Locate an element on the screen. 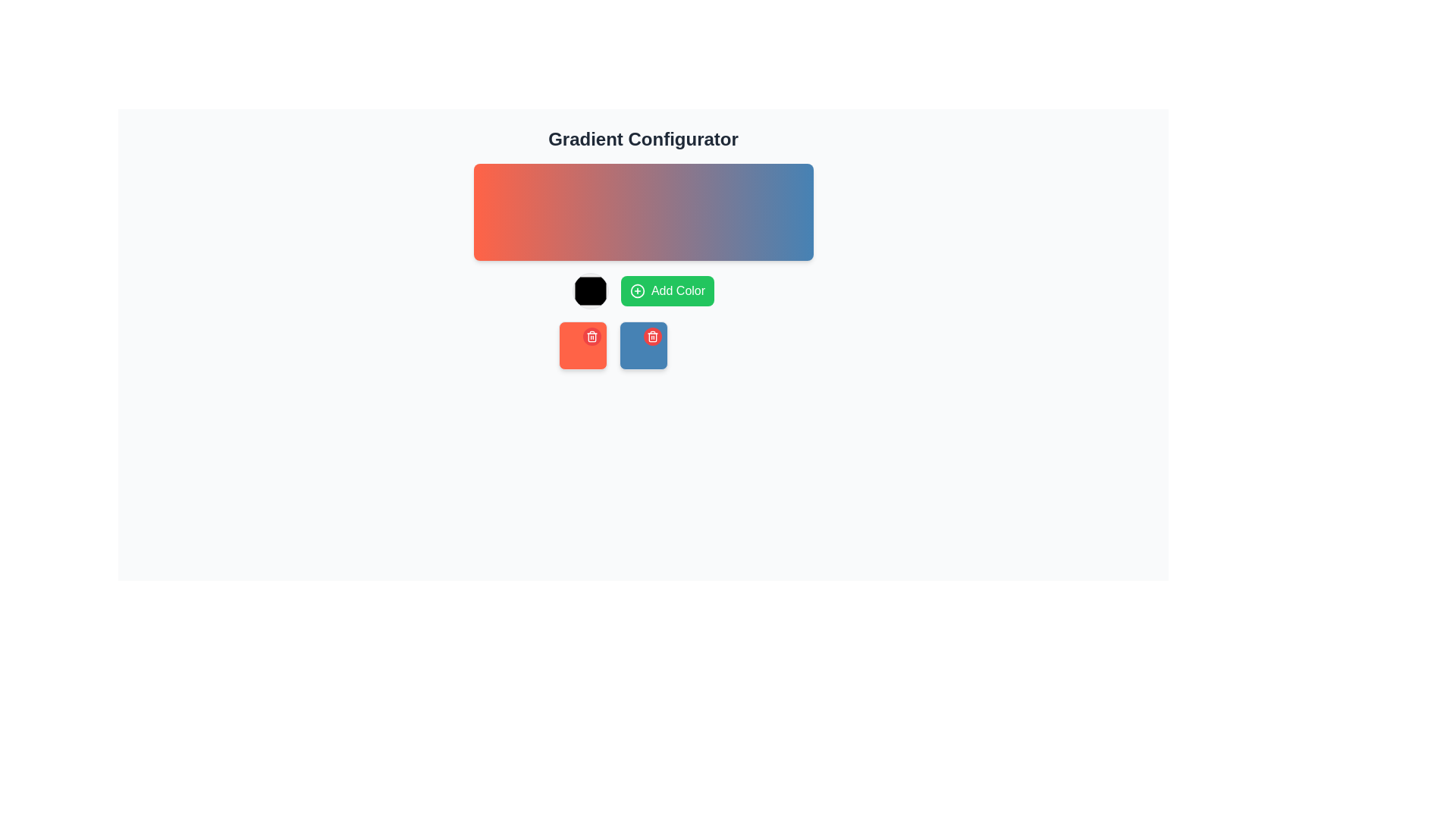 This screenshot has height=819, width=1456. the interactive button located centrally below the black circular color selector is located at coordinates (667, 291).